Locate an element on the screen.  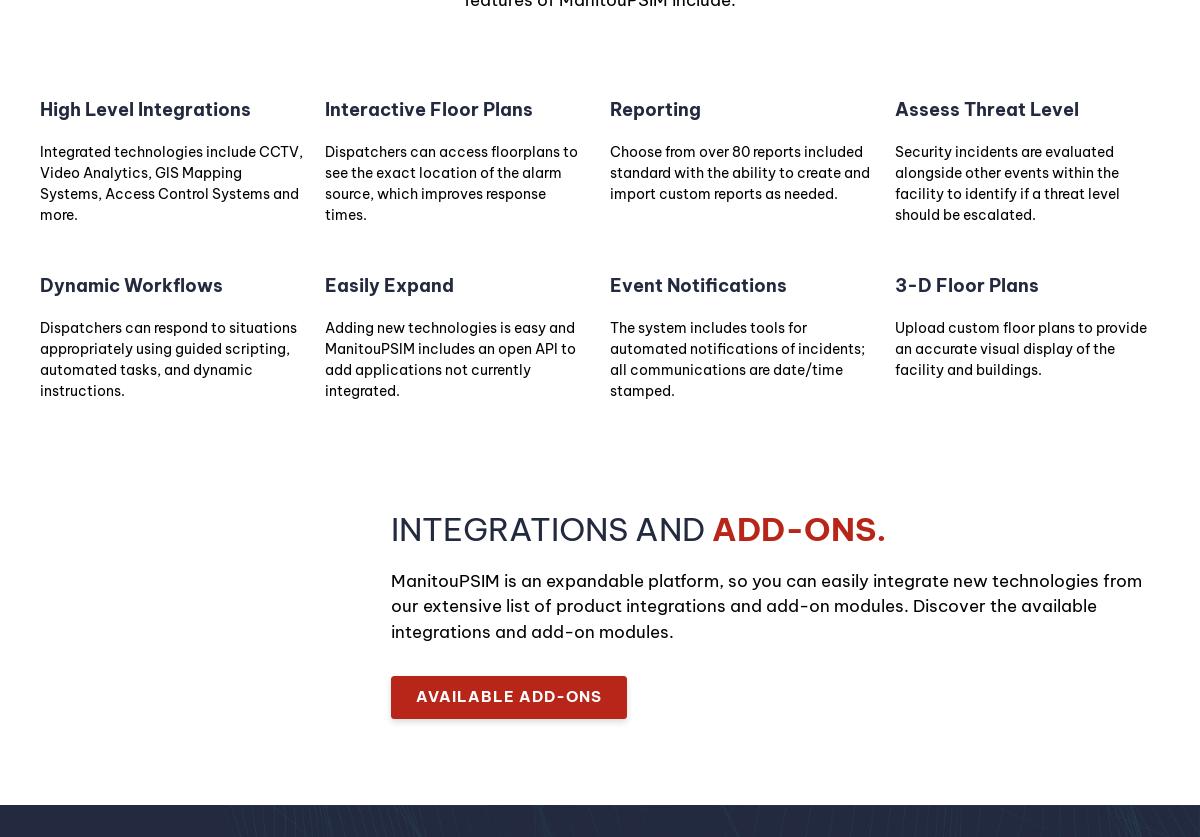
'Security incidents are evaluated alongside other events within the facility to identify if a threat level should be escalated.' is located at coordinates (893, 182).